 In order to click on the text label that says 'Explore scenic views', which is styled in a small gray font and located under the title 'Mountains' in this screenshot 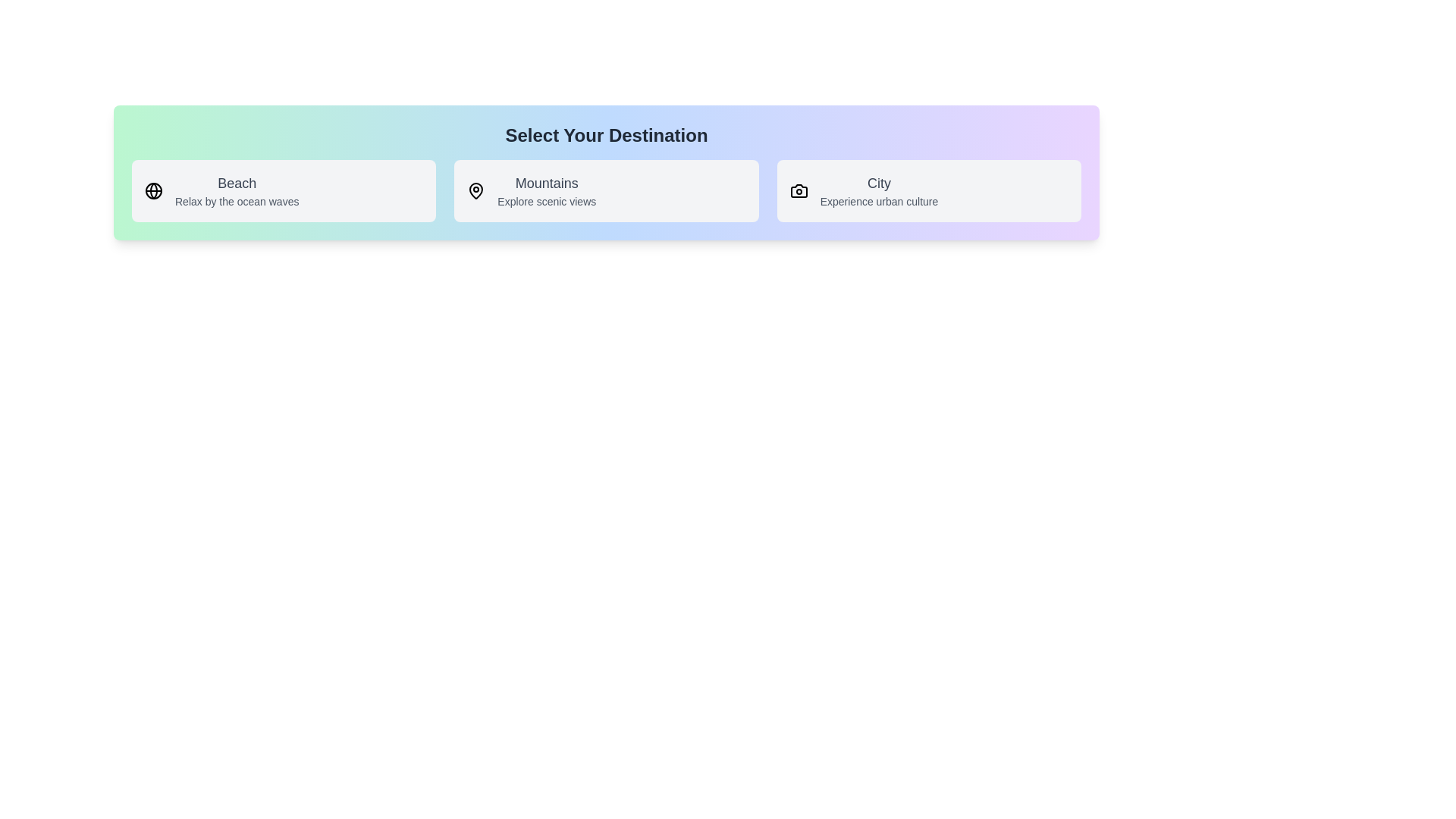, I will do `click(546, 201)`.